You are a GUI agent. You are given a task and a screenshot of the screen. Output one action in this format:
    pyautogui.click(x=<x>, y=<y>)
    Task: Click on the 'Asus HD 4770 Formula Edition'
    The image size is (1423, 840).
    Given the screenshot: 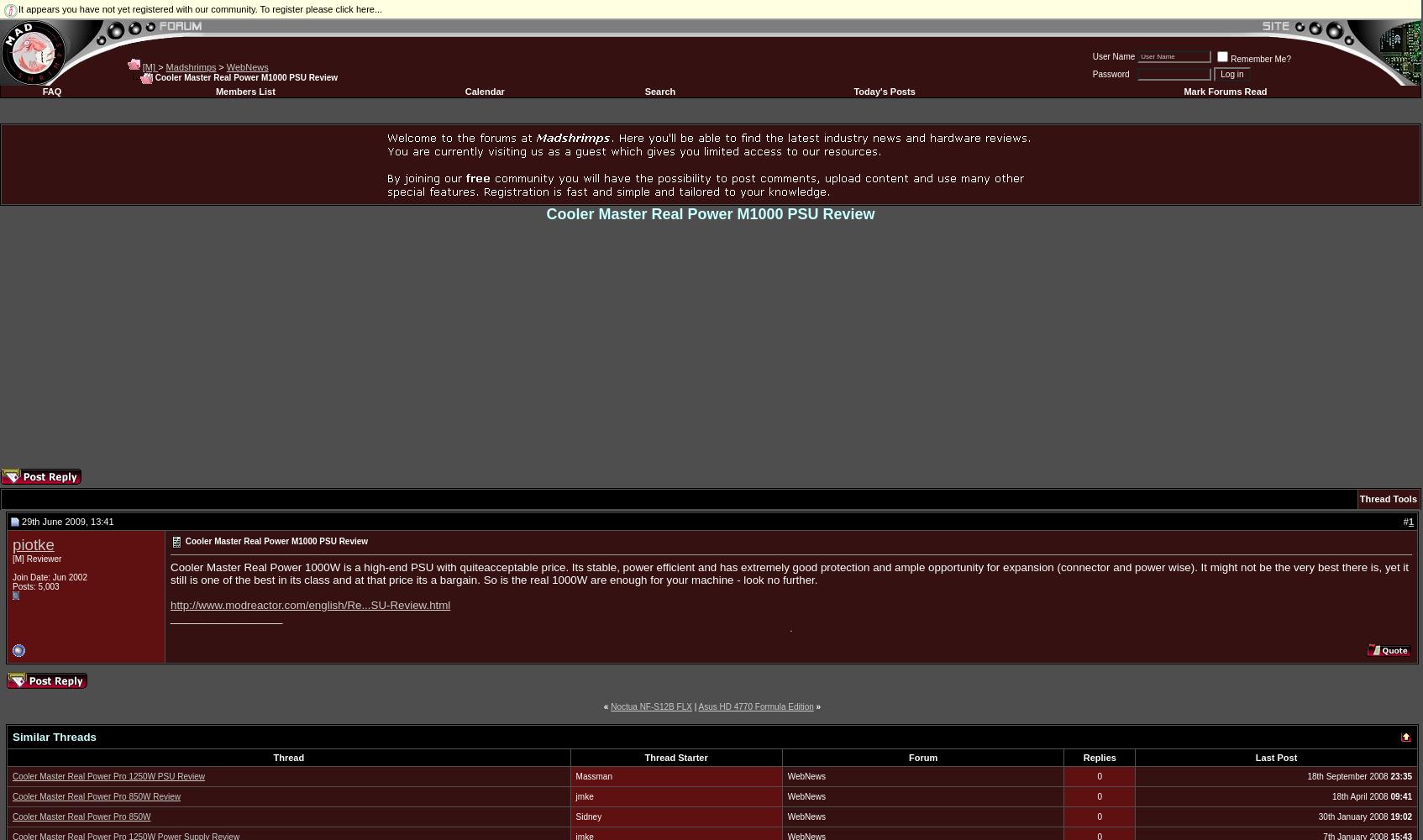 What is the action you would take?
    pyautogui.click(x=754, y=705)
    